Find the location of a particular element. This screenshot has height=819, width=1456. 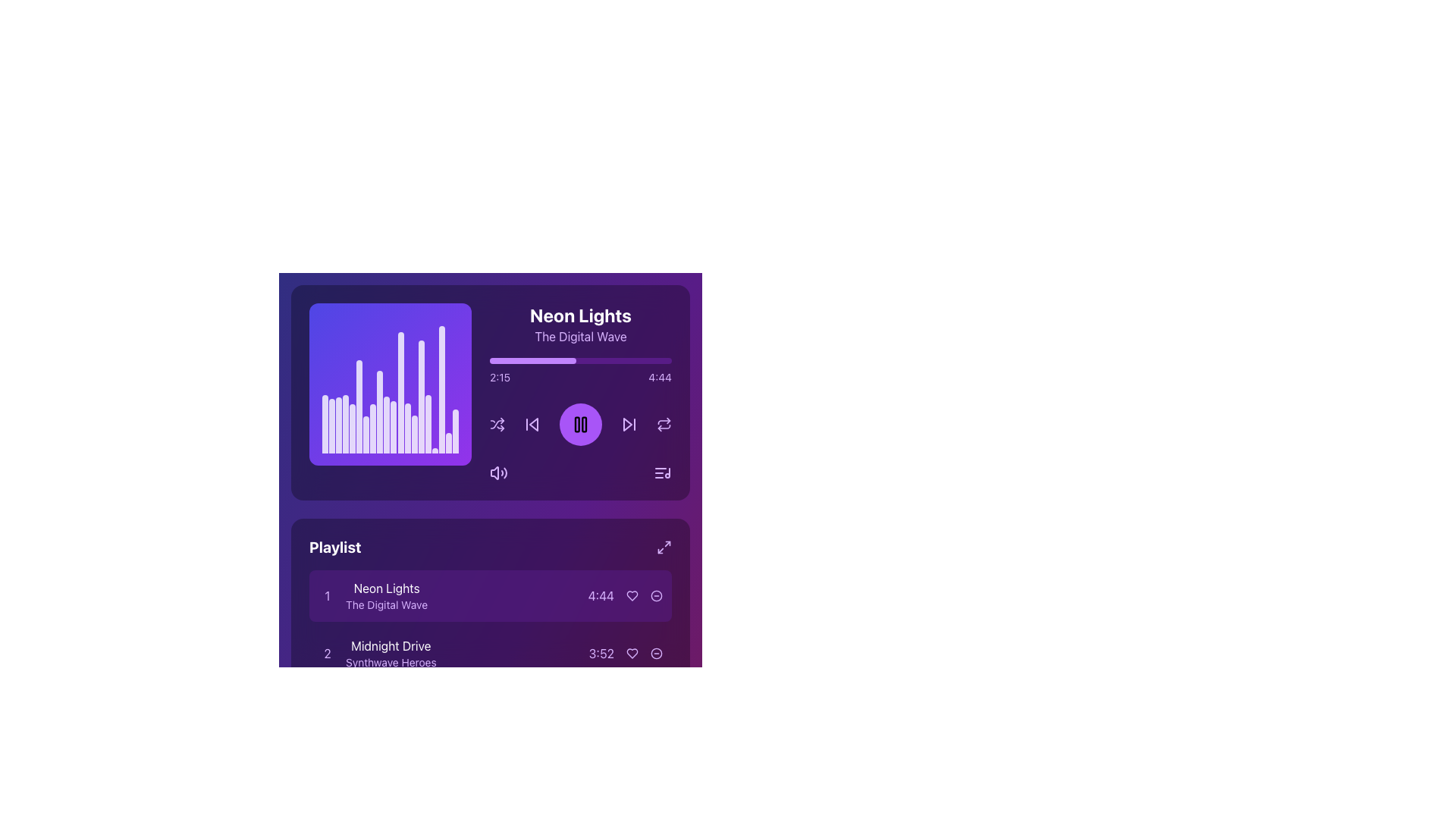

the 16th visualizer bar in the audio visualization feature to see changes in its height based on sound frequencies is located at coordinates (421, 396).